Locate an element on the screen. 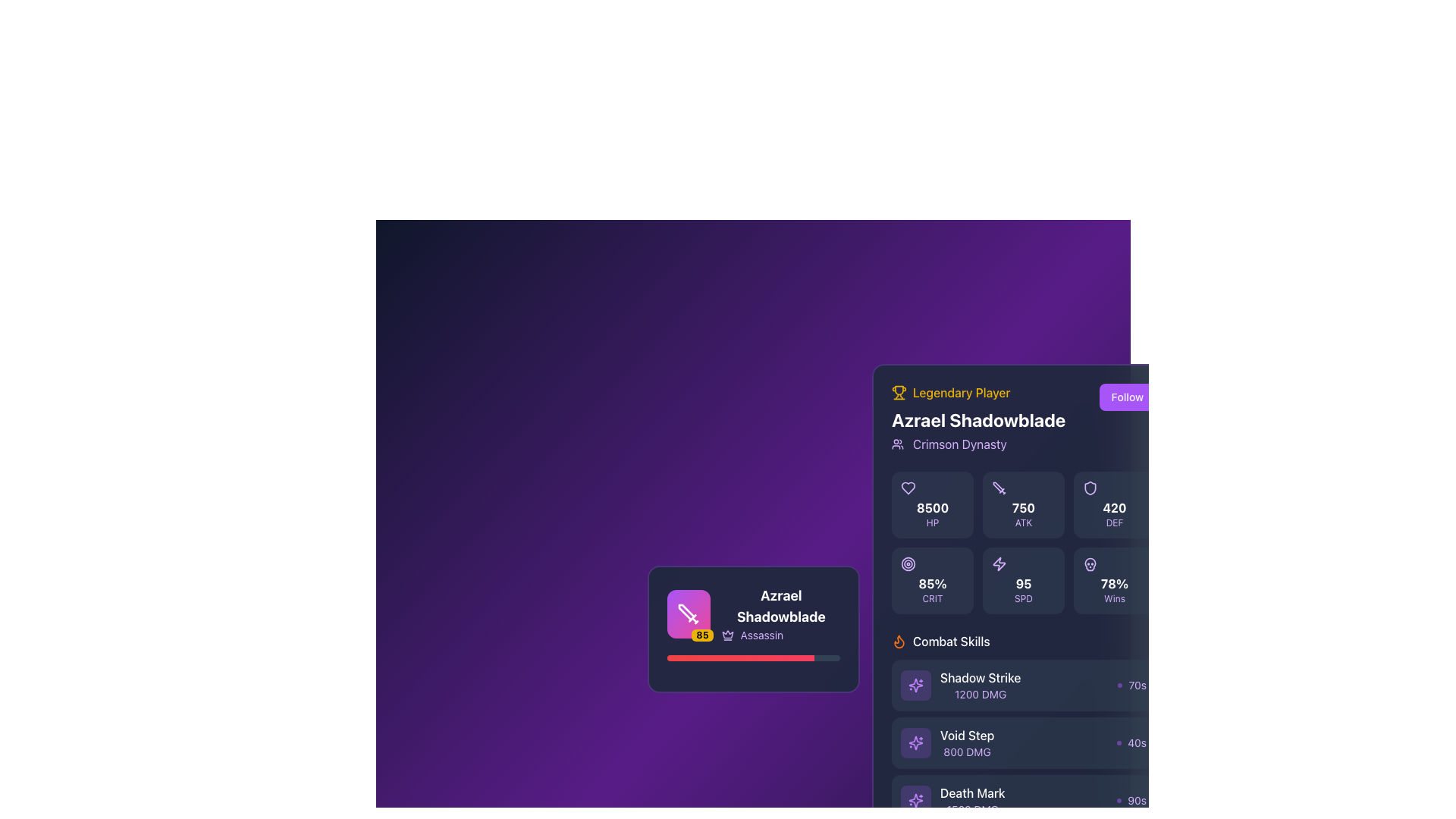 The width and height of the screenshot is (1456, 819). the decorative icon representing the character's role or class, located in the top-left of the profile card, adjacent to the character's name and description is located at coordinates (686, 611).